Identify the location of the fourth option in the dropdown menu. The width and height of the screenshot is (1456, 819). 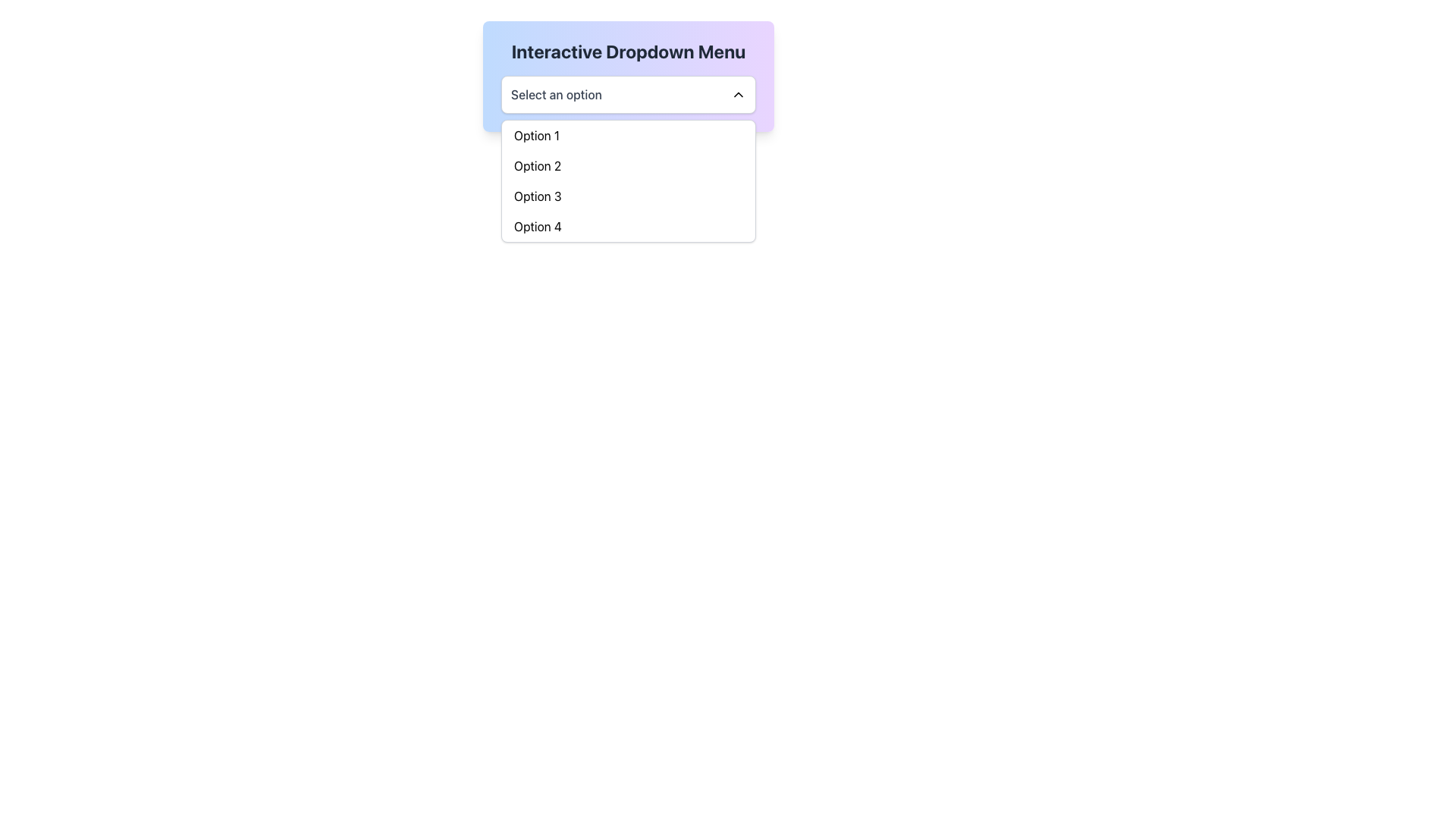
(629, 227).